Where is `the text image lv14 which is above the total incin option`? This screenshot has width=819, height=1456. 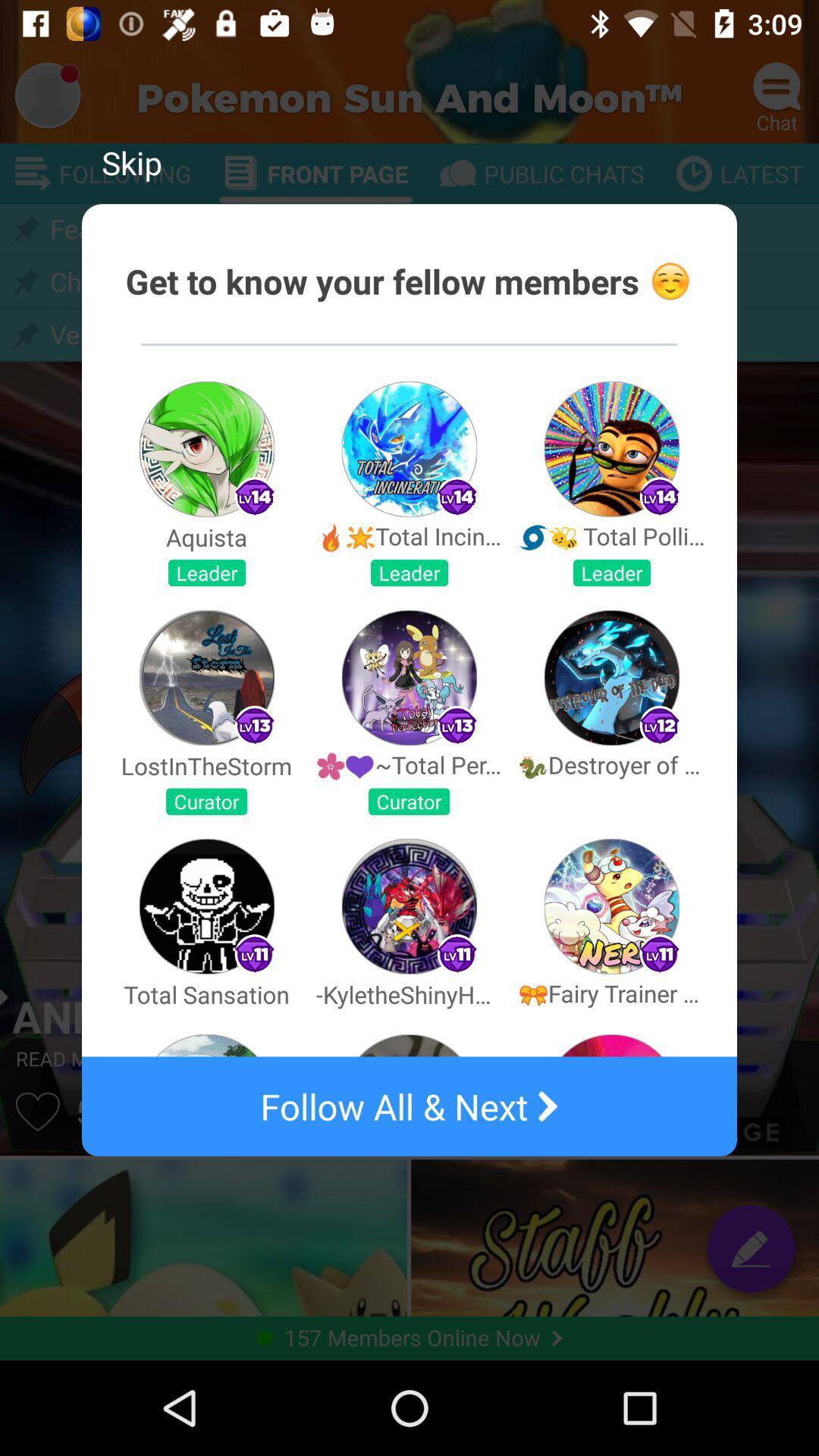
the text image lv14 which is above the total incin option is located at coordinates (456, 497).